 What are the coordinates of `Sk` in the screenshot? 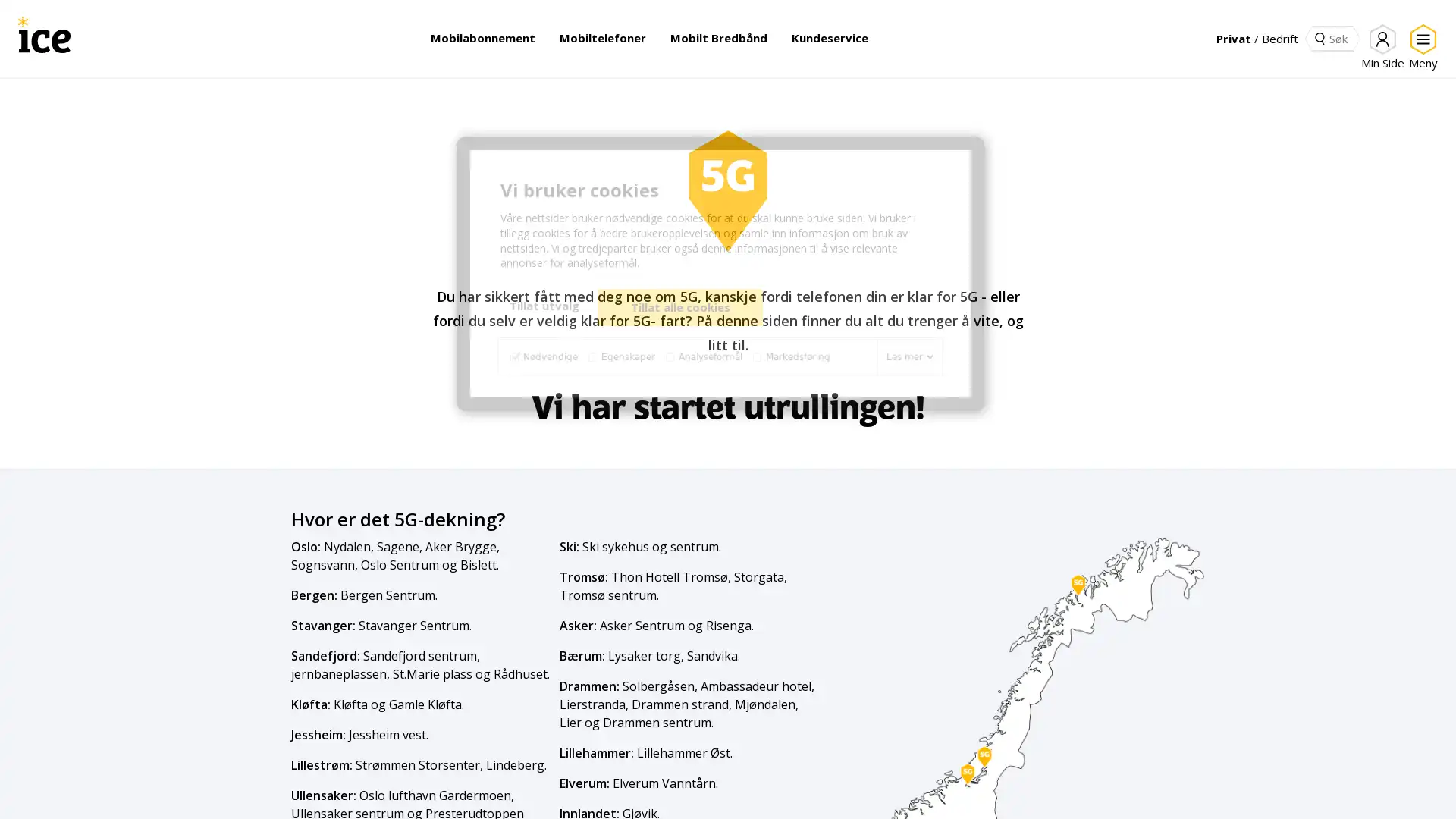 It's located at (1319, 37).